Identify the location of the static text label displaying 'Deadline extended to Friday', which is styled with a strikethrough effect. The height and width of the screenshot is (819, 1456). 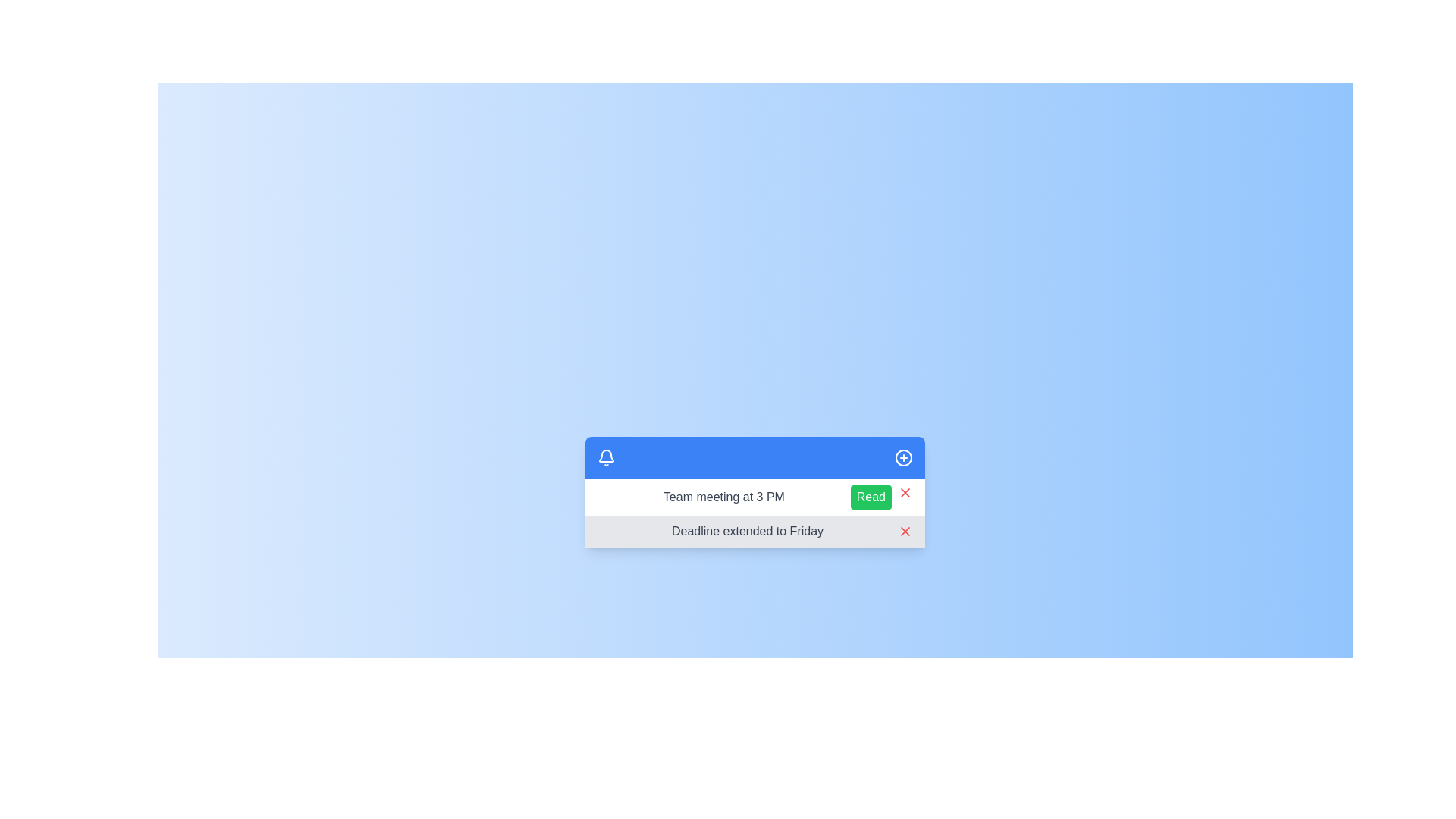
(747, 531).